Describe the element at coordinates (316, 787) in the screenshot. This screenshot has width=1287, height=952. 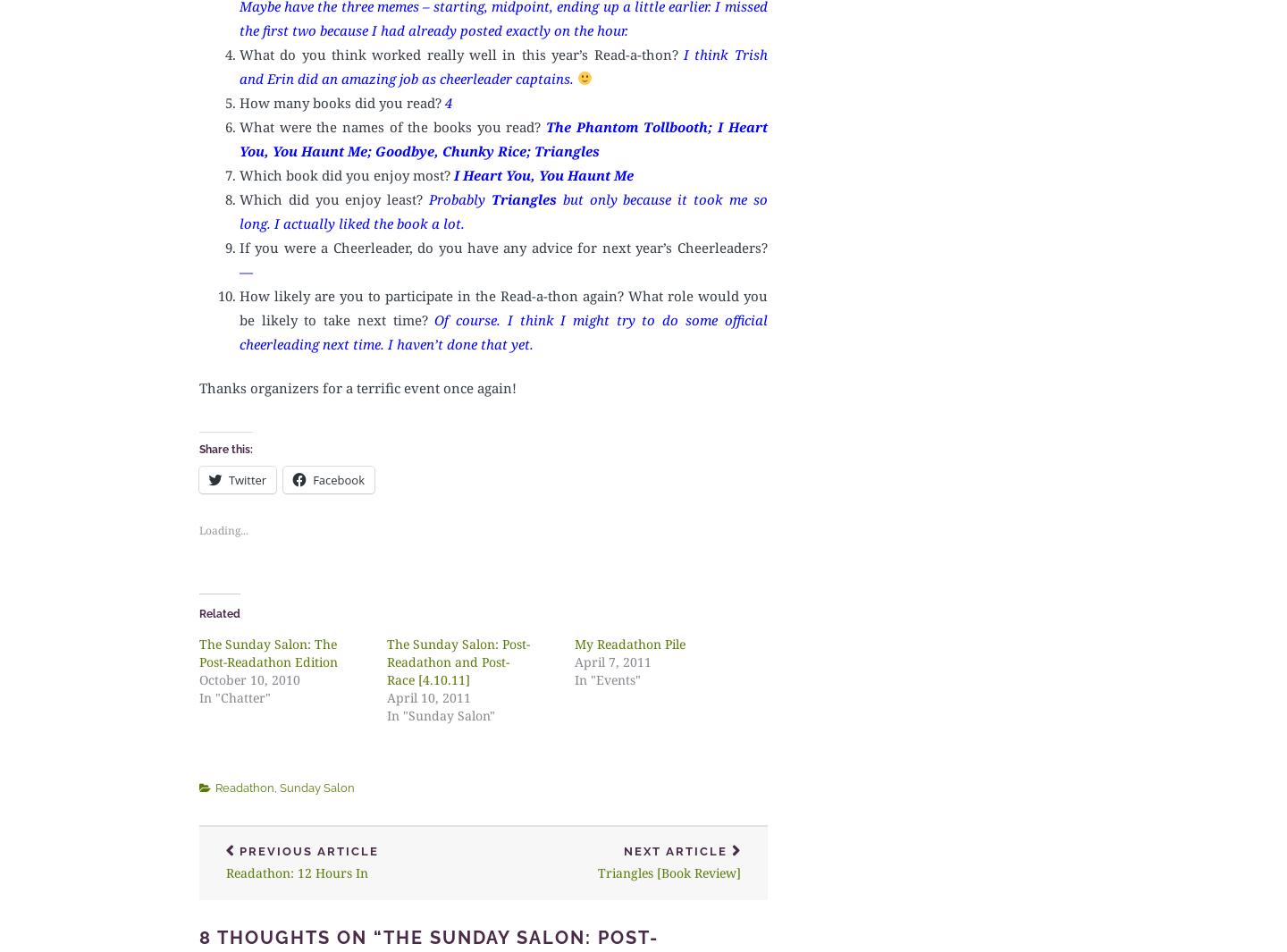
I see `'Sunday Salon'` at that location.